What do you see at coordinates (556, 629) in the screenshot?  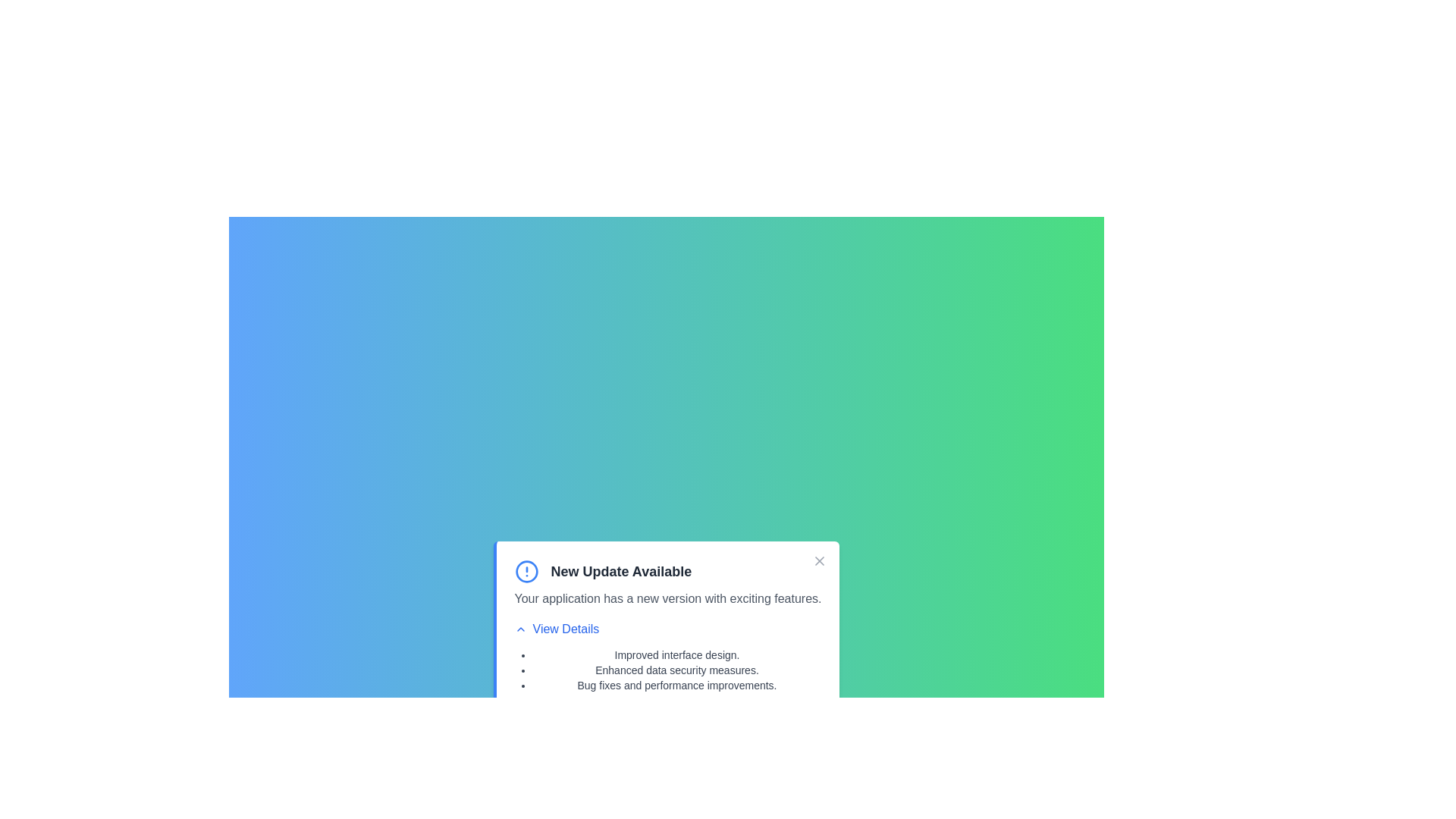 I see `the 'View Details' button to toggle the visibility of the detailed information` at bounding box center [556, 629].